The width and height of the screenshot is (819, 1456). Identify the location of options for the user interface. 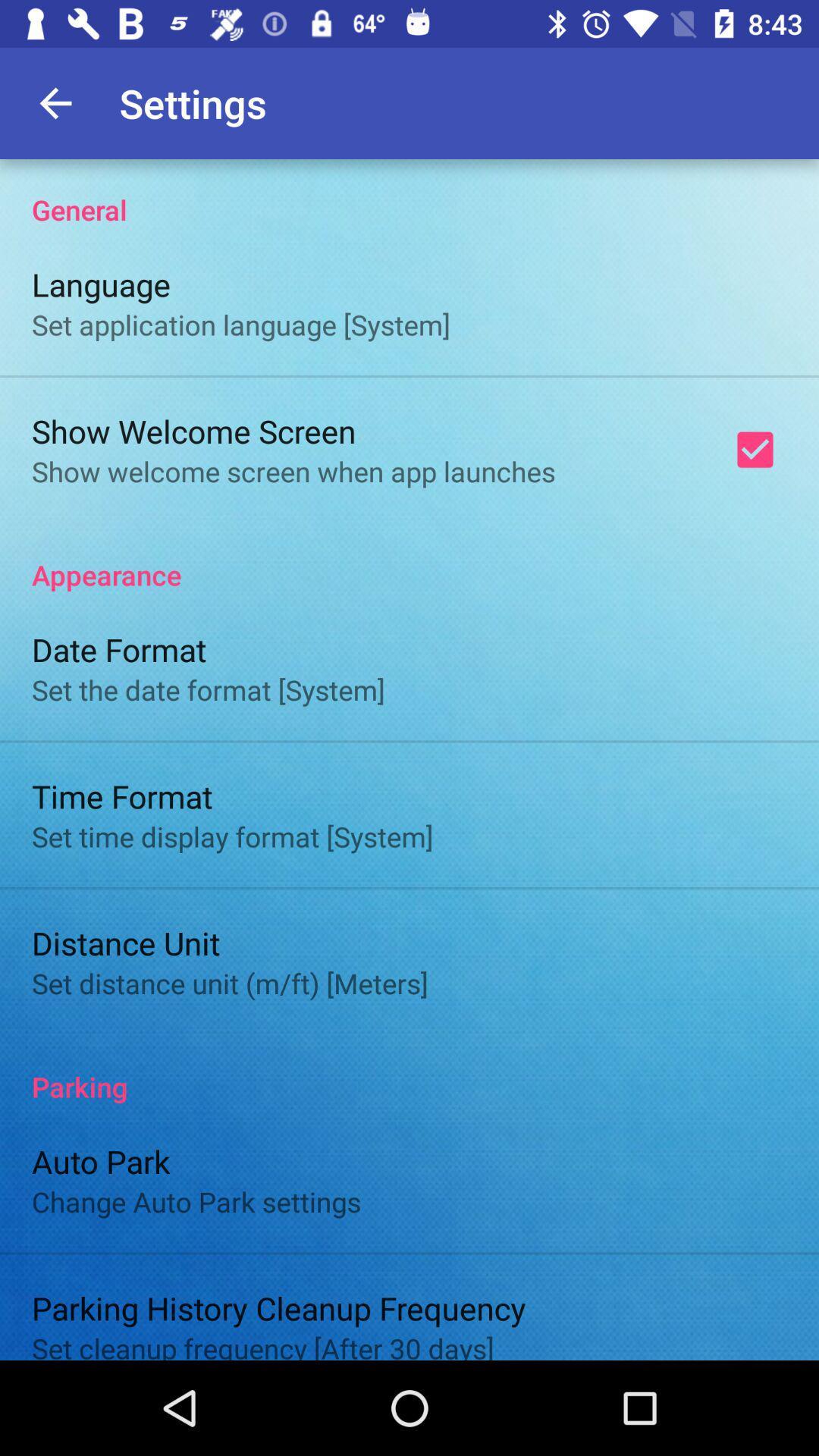
(409, 760).